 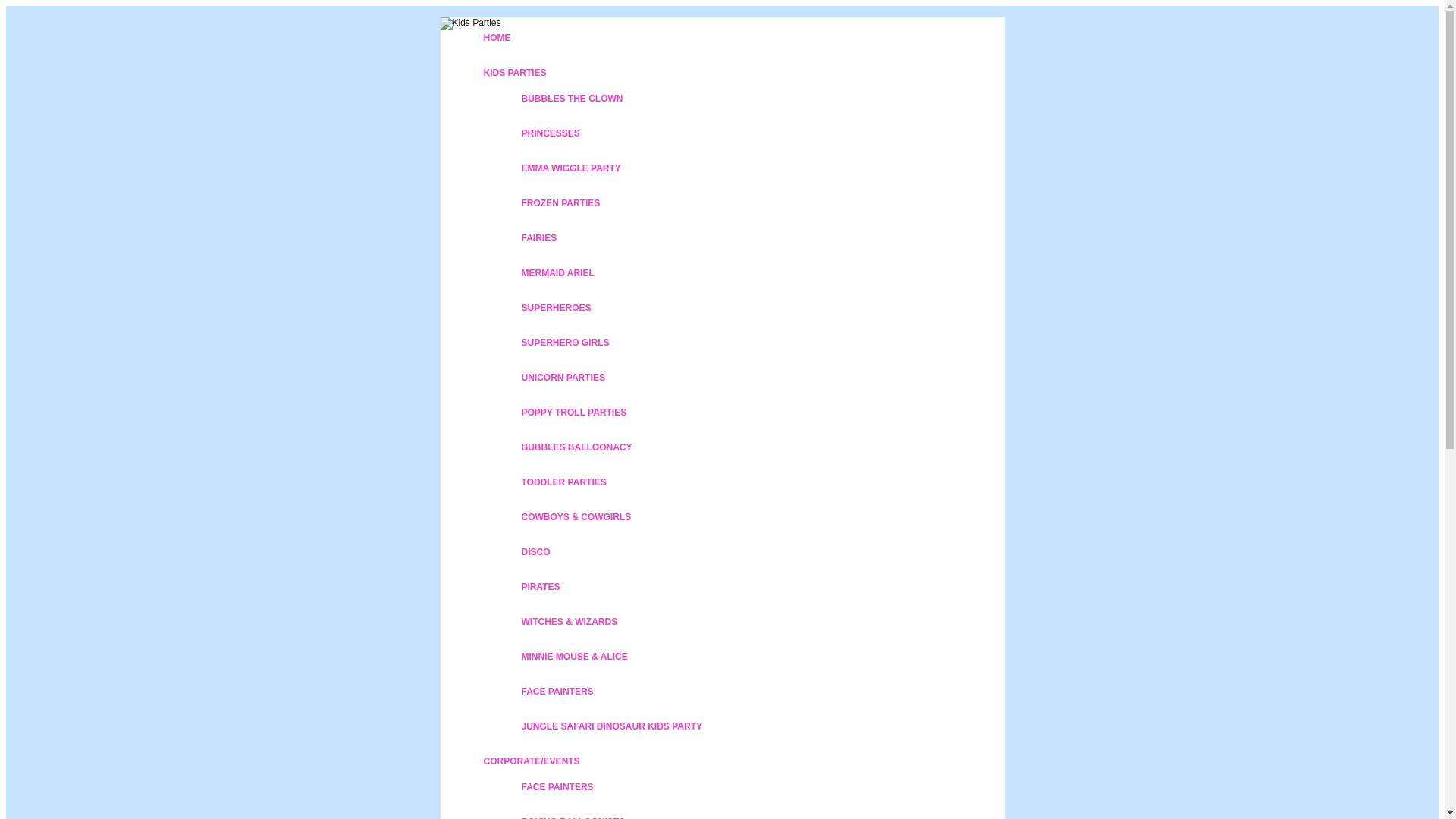 What do you see at coordinates (516, 691) in the screenshot?
I see `'FACE PAINTERS'` at bounding box center [516, 691].